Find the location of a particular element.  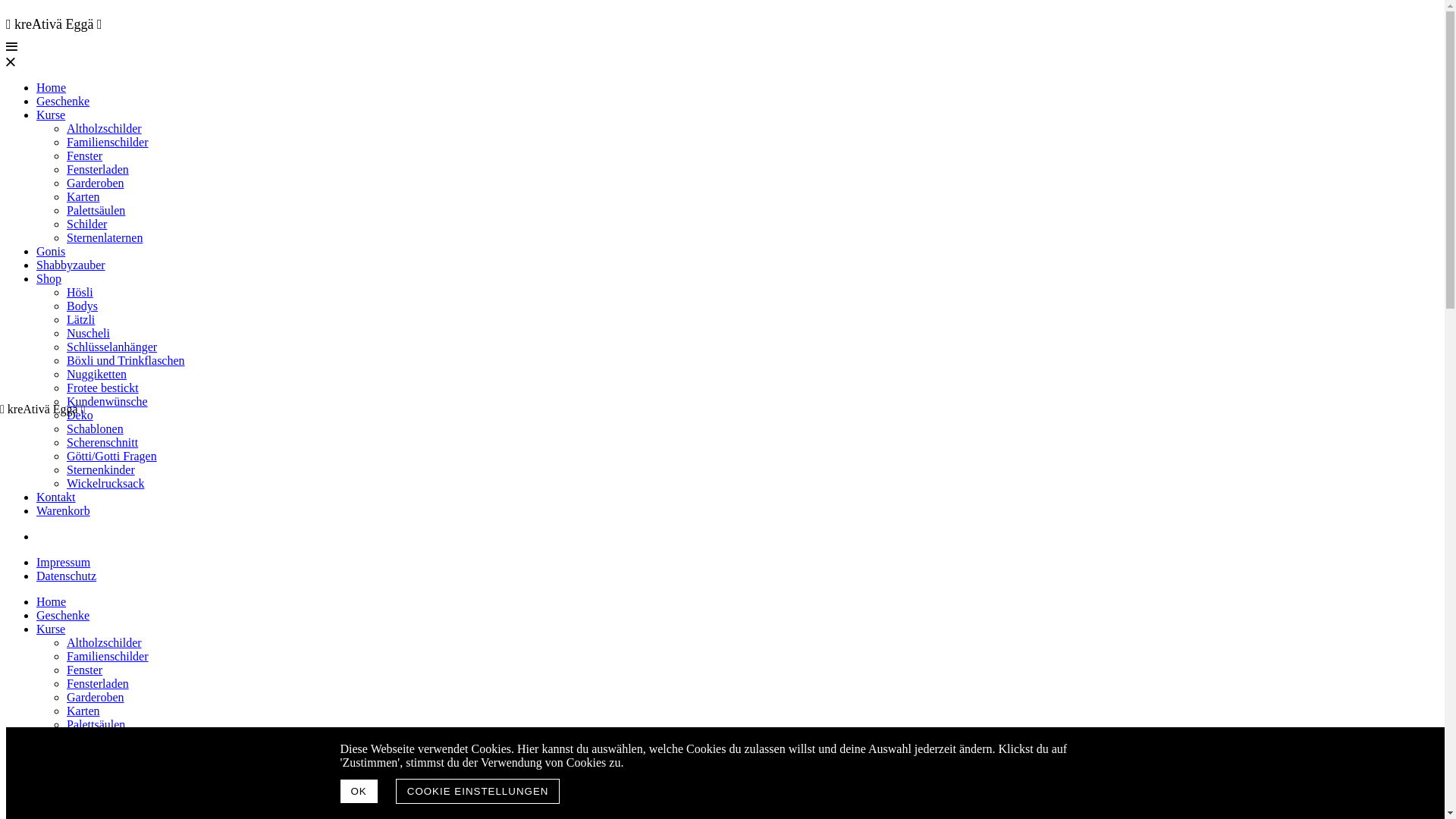

'Shabbyzauber' is located at coordinates (36, 264).